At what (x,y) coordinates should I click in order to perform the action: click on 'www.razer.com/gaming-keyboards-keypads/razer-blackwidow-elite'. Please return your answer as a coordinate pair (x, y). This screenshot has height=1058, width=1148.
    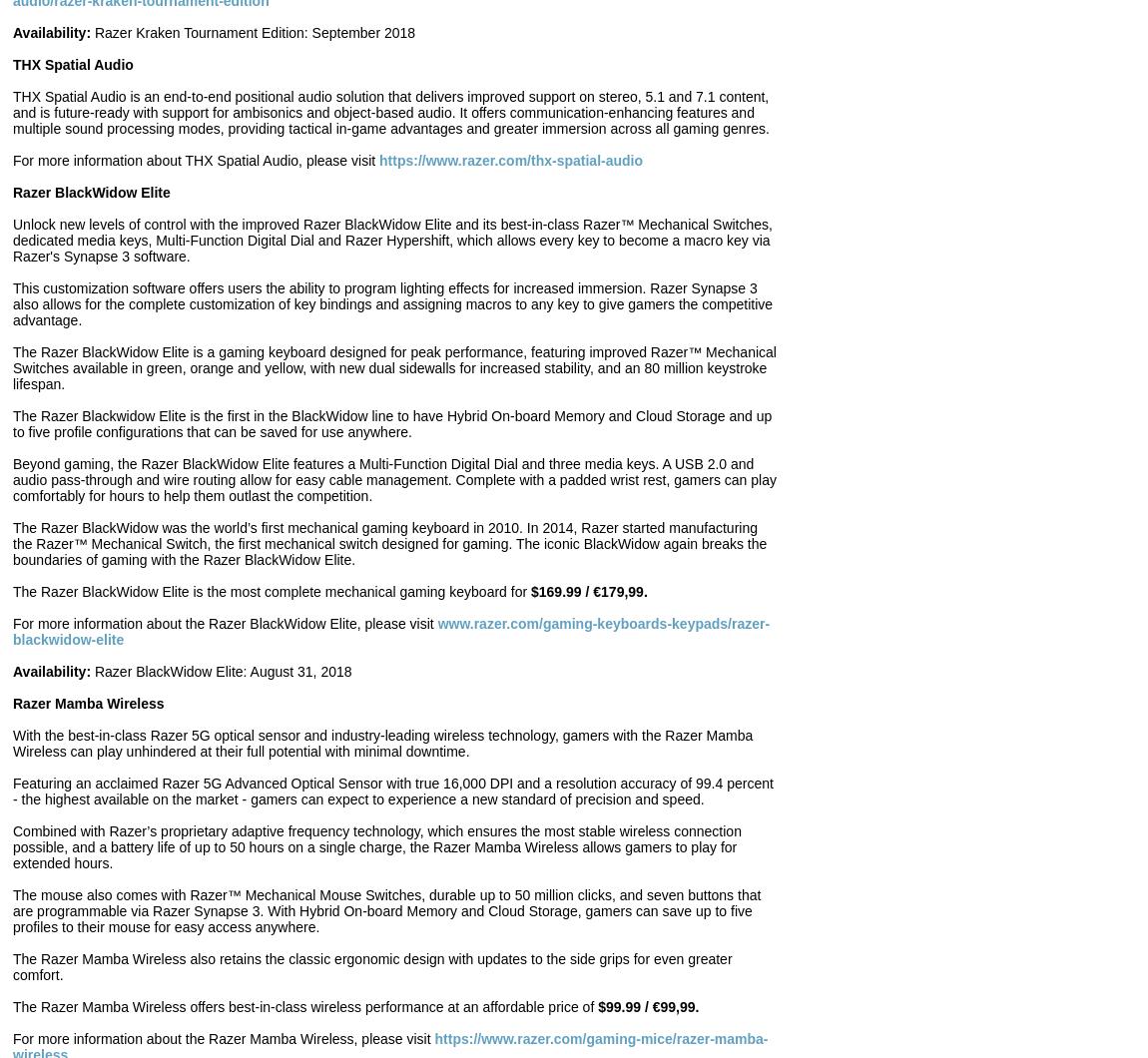
    Looking at the image, I should click on (391, 632).